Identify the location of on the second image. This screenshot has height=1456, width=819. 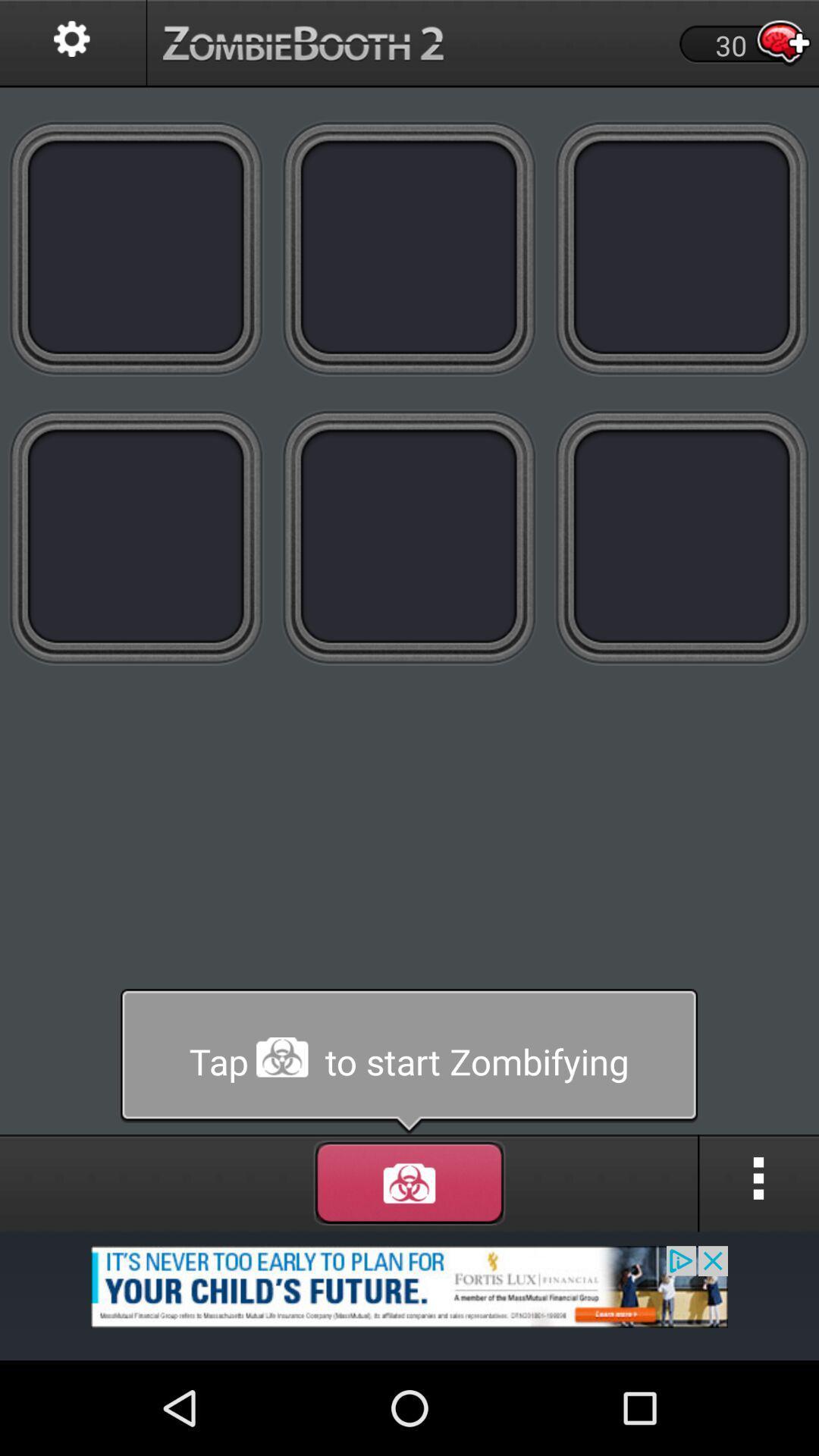
(409, 248).